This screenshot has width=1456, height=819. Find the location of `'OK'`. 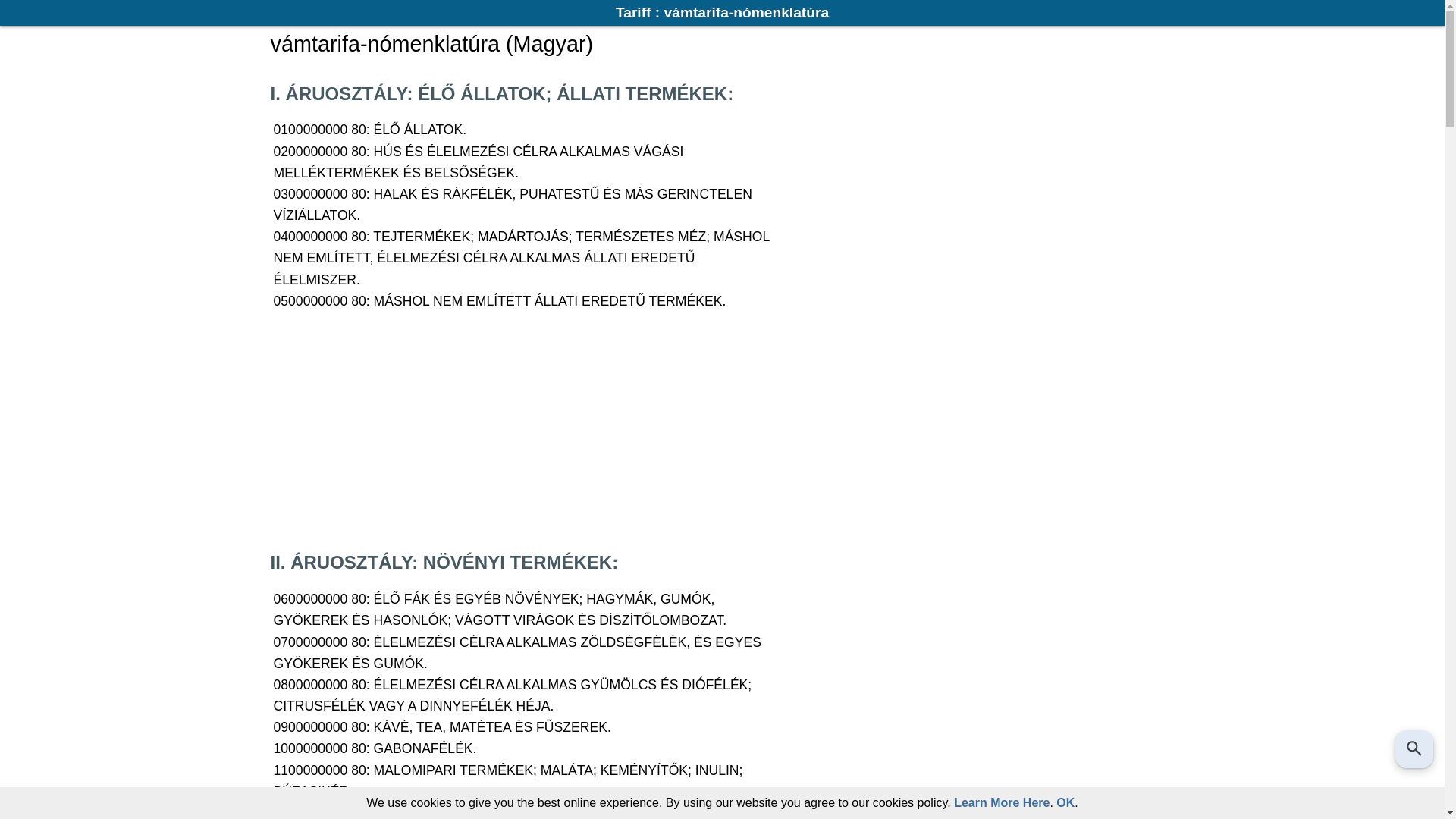

'OK' is located at coordinates (1065, 802).